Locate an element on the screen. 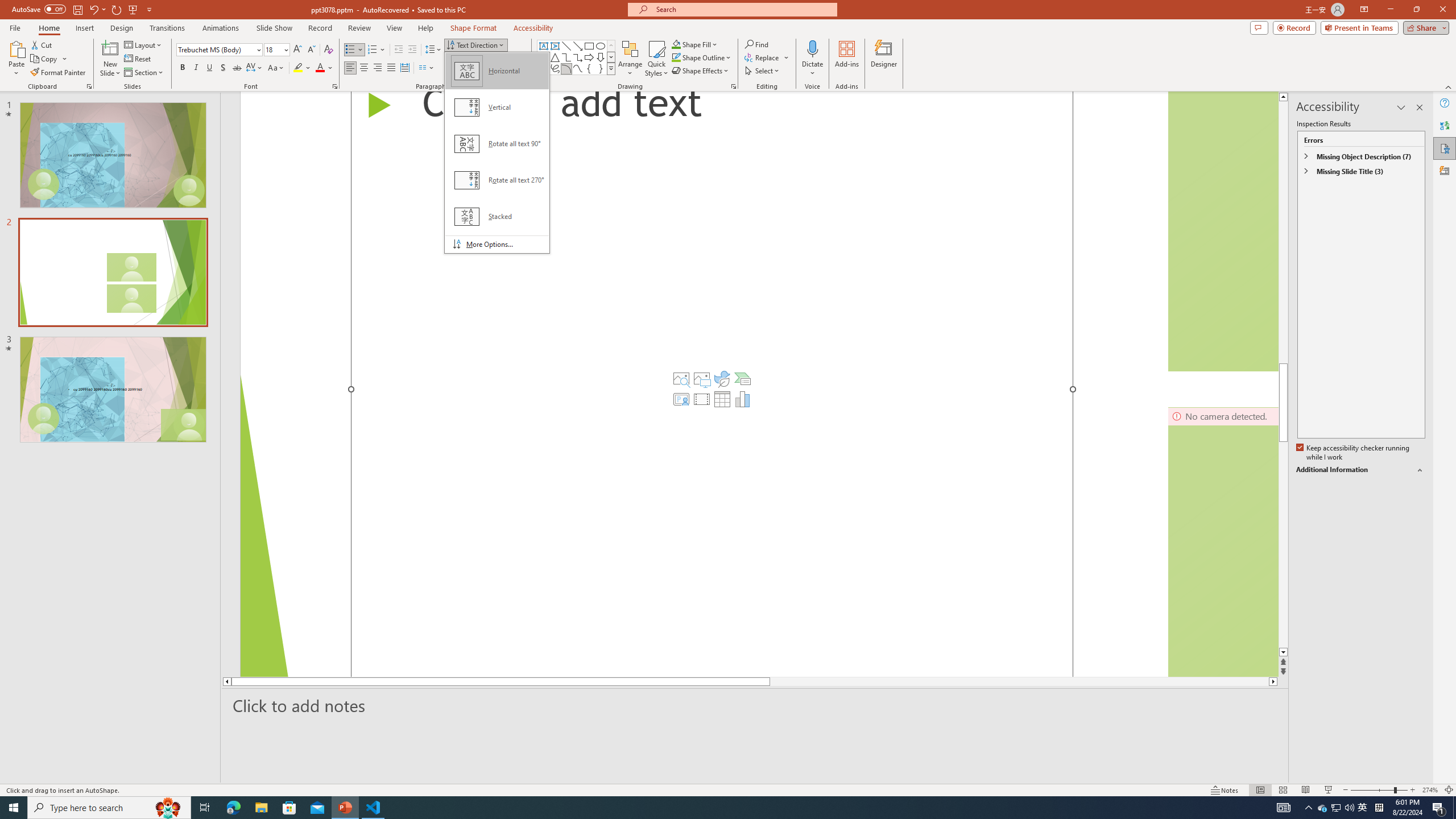 The width and height of the screenshot is (1456, 819). 'Keep accessibility checker running while I work' is located at coordinates (1354, 453).